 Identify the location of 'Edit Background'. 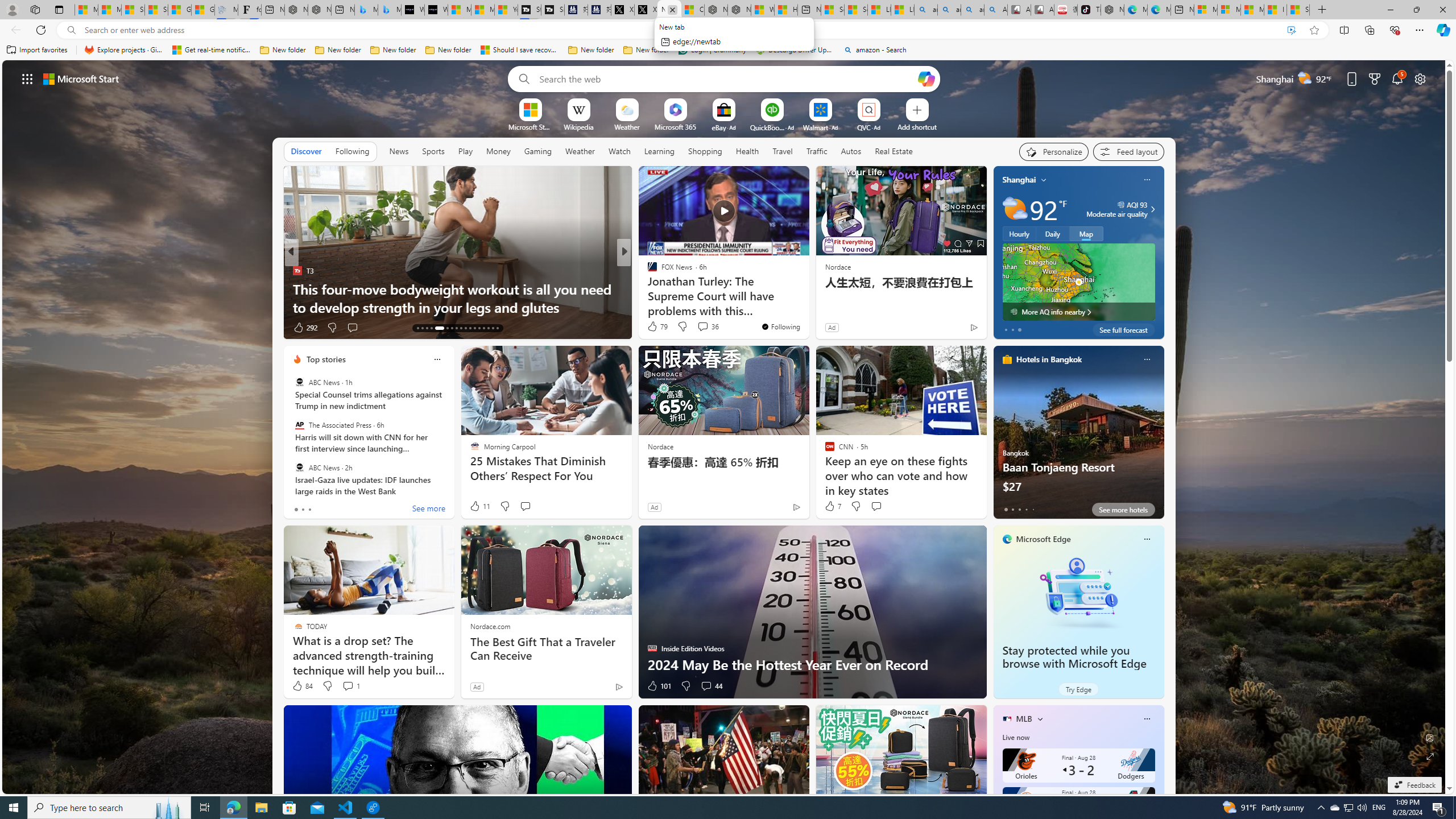
(1430, 737).